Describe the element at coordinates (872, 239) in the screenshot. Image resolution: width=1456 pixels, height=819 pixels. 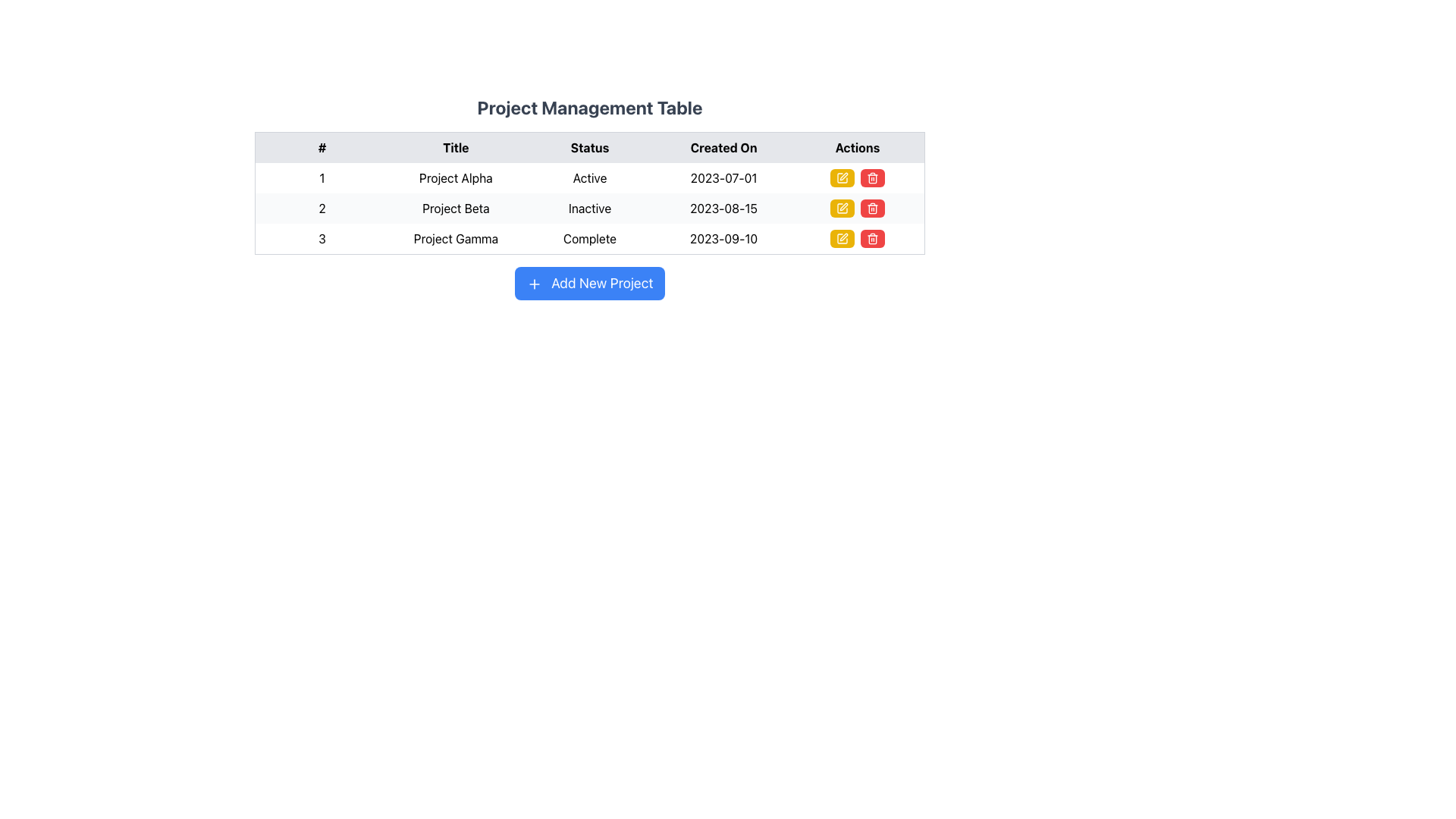
I see `the trash icon button with a red background` at that location.